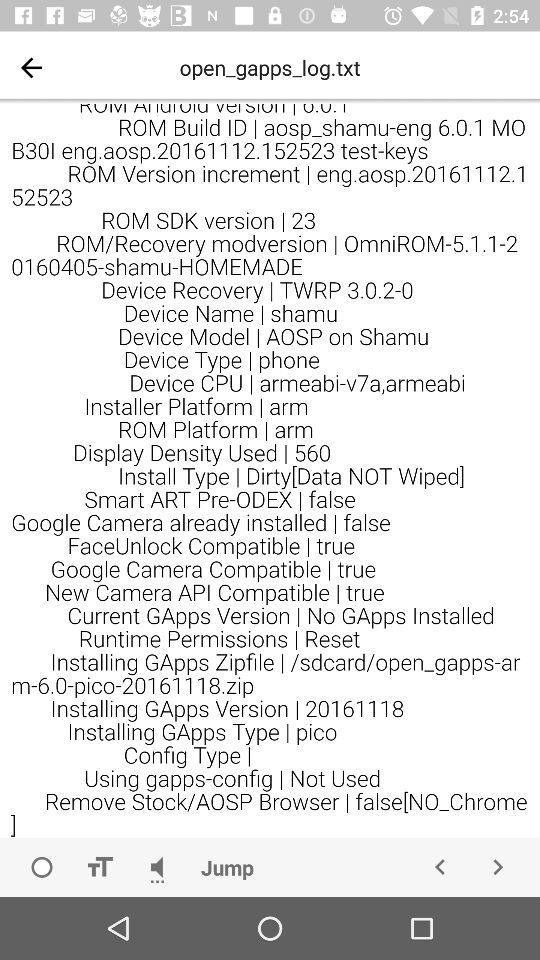  What do you see at coordinates (496, 866) in the screenshot?
I see `forward button` at bounding box center [496, 866].